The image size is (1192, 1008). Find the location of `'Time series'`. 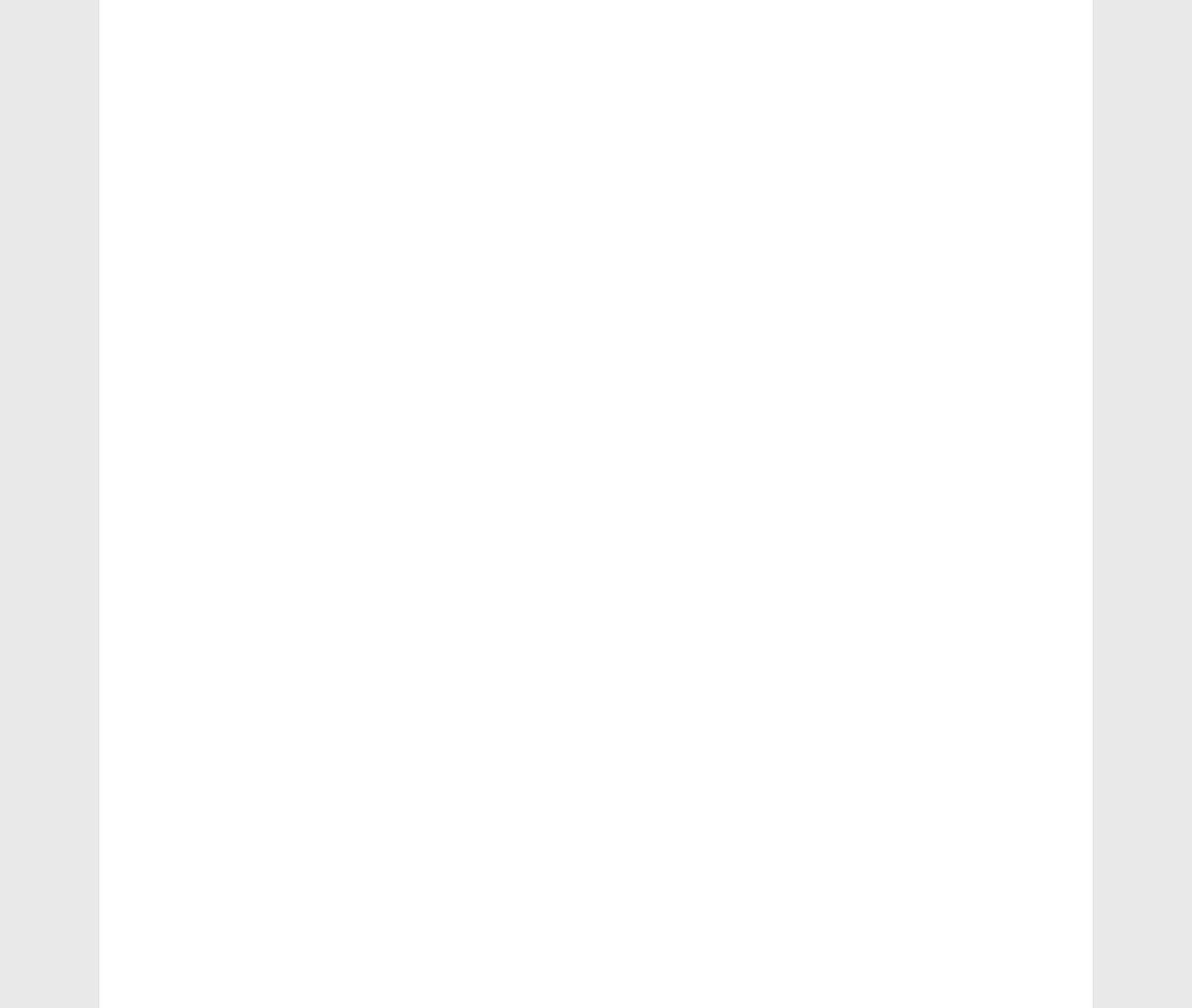

'Time series' is located at coordinates (891, 623).